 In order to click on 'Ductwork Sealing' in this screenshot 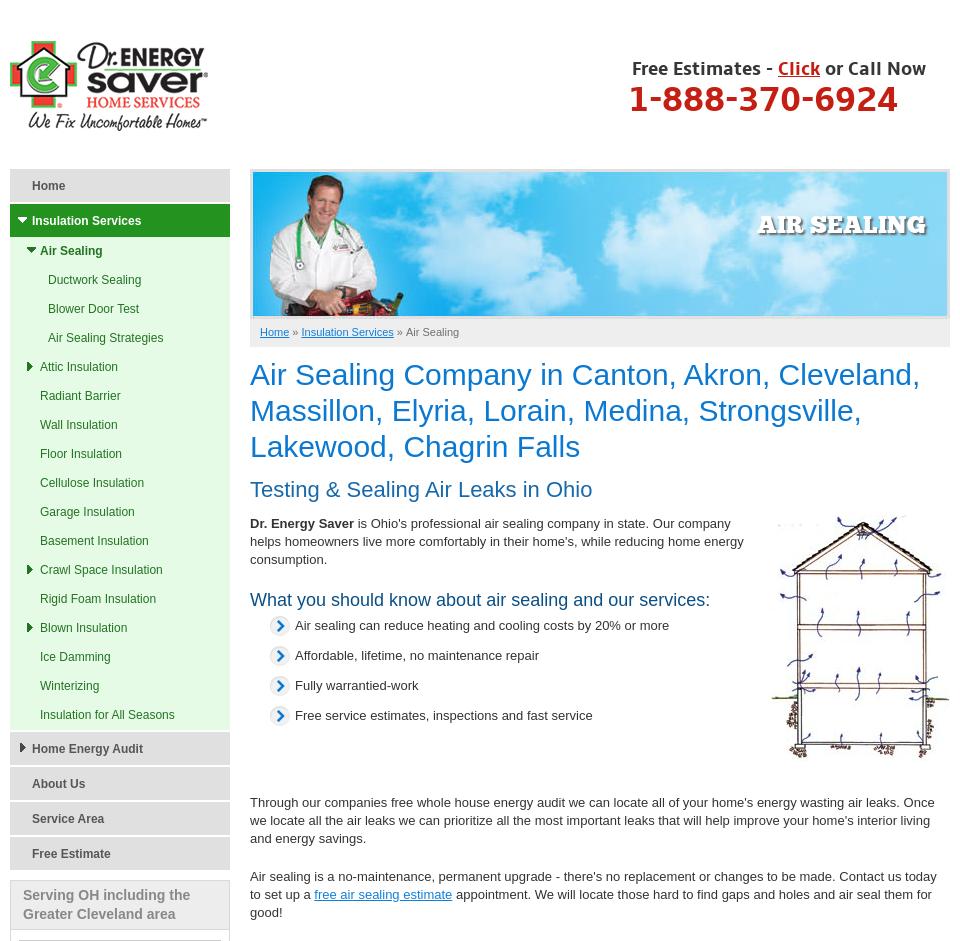, I will do `click(94, 280)`.